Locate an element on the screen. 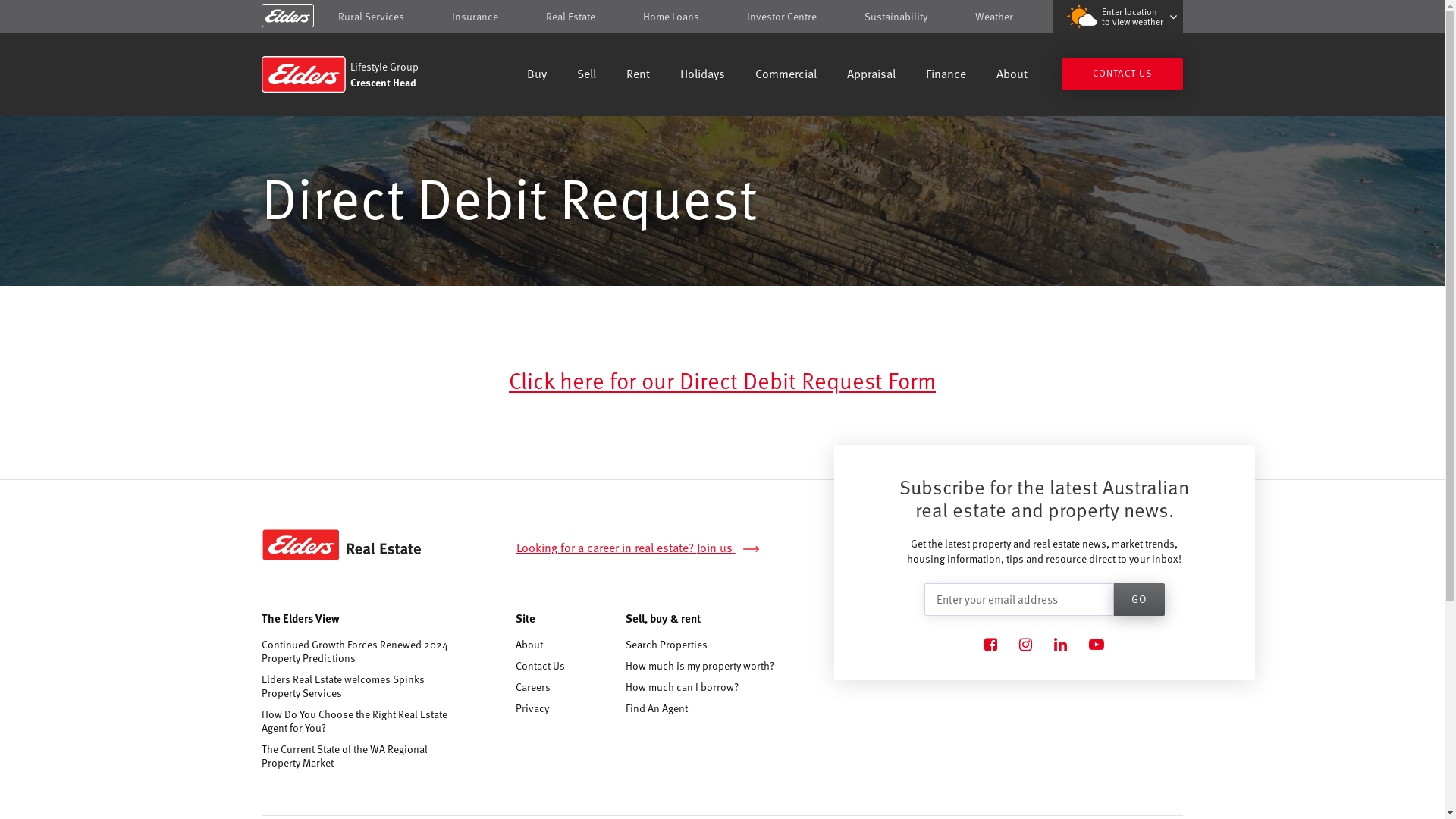  'About' is located at coordinates (529, 644).